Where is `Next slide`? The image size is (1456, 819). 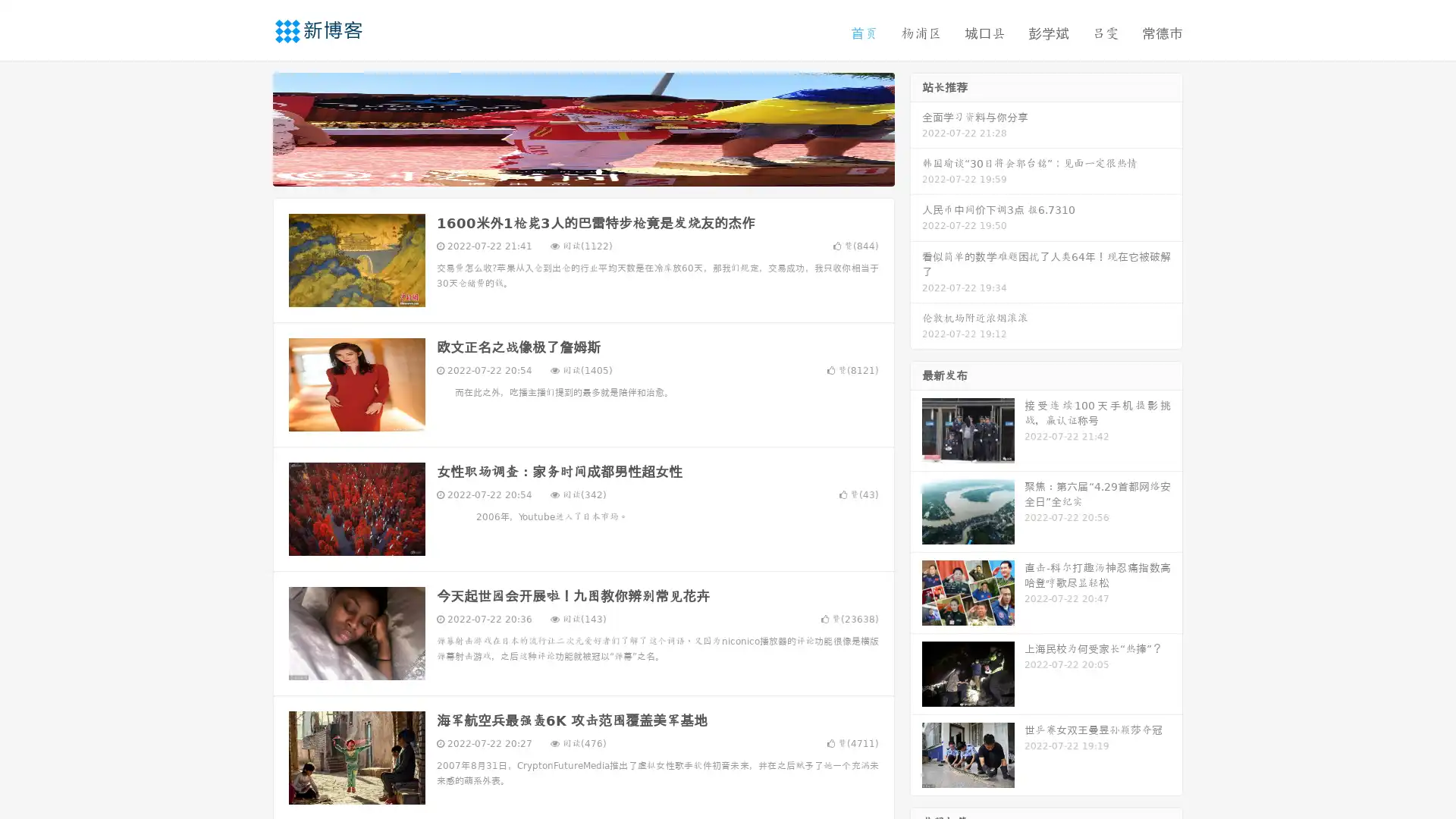
Next slide is located at coordinates (916, 127).